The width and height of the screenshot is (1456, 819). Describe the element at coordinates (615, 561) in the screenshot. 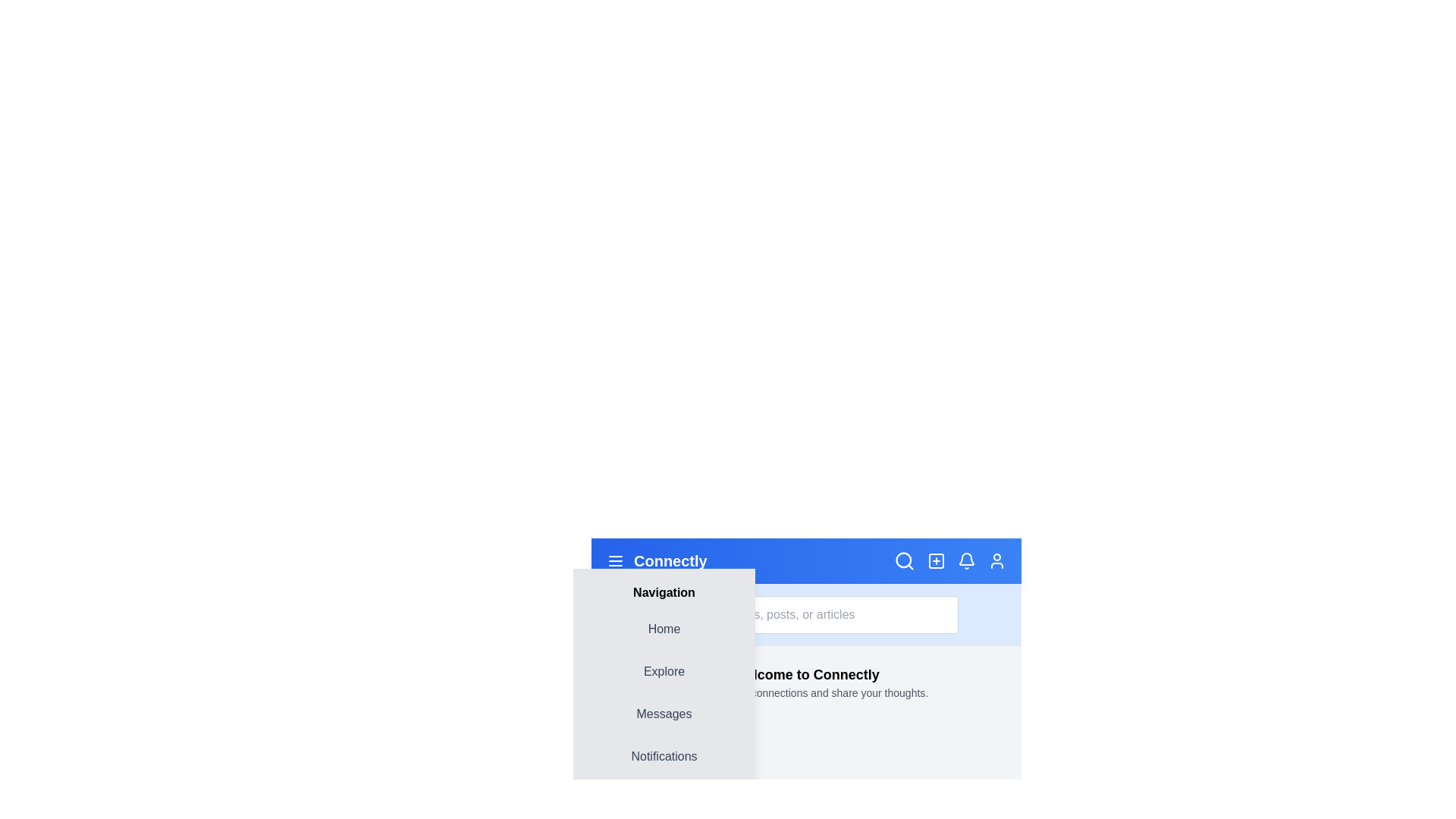

I see `the menu icon to toggle the sidebar` at that location.